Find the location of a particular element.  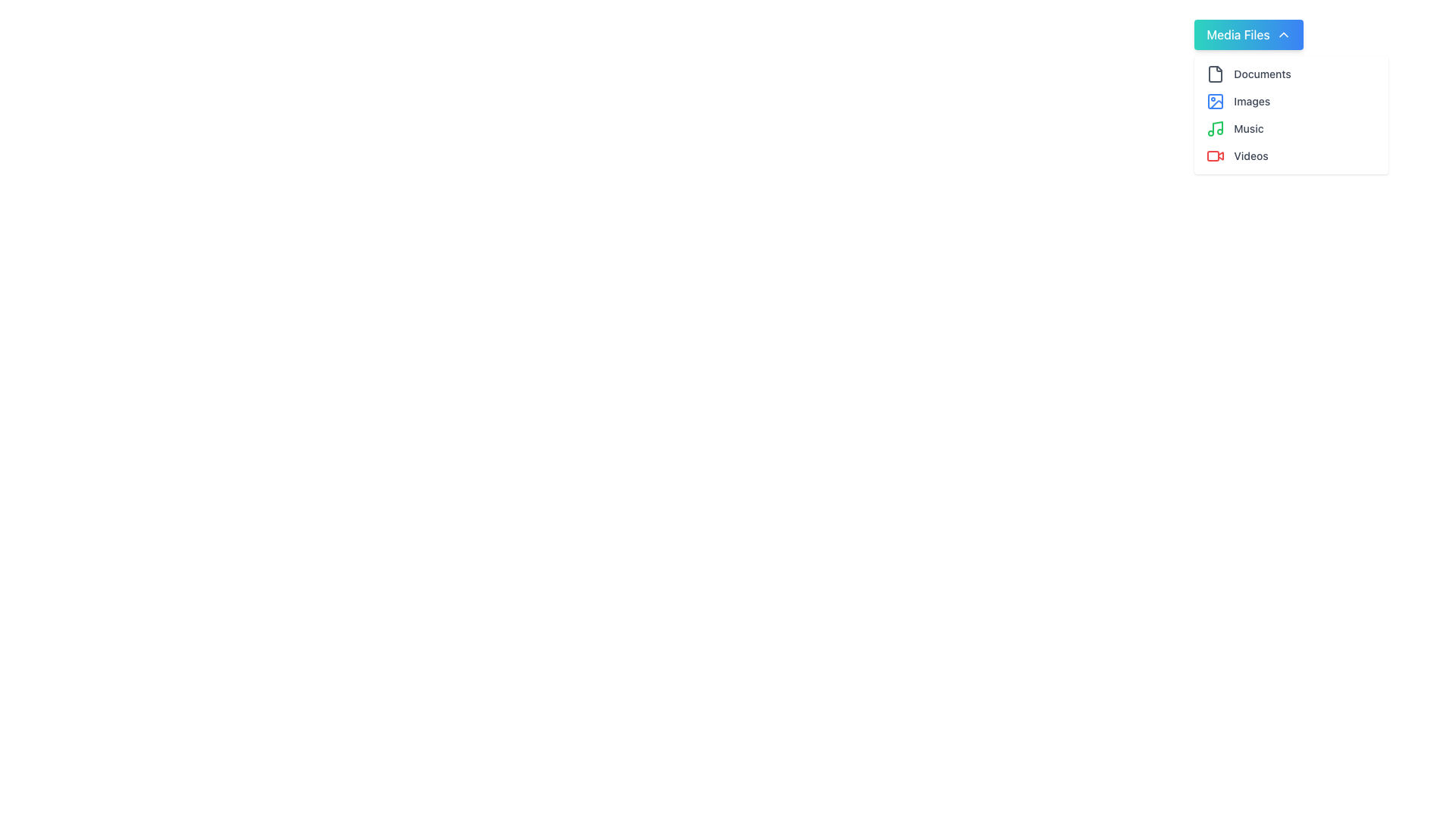

the 'Music' text label, which is styled in a small gray font and located within the dropdown menu under 'Media Files' is located at coordinates (1248, 127).